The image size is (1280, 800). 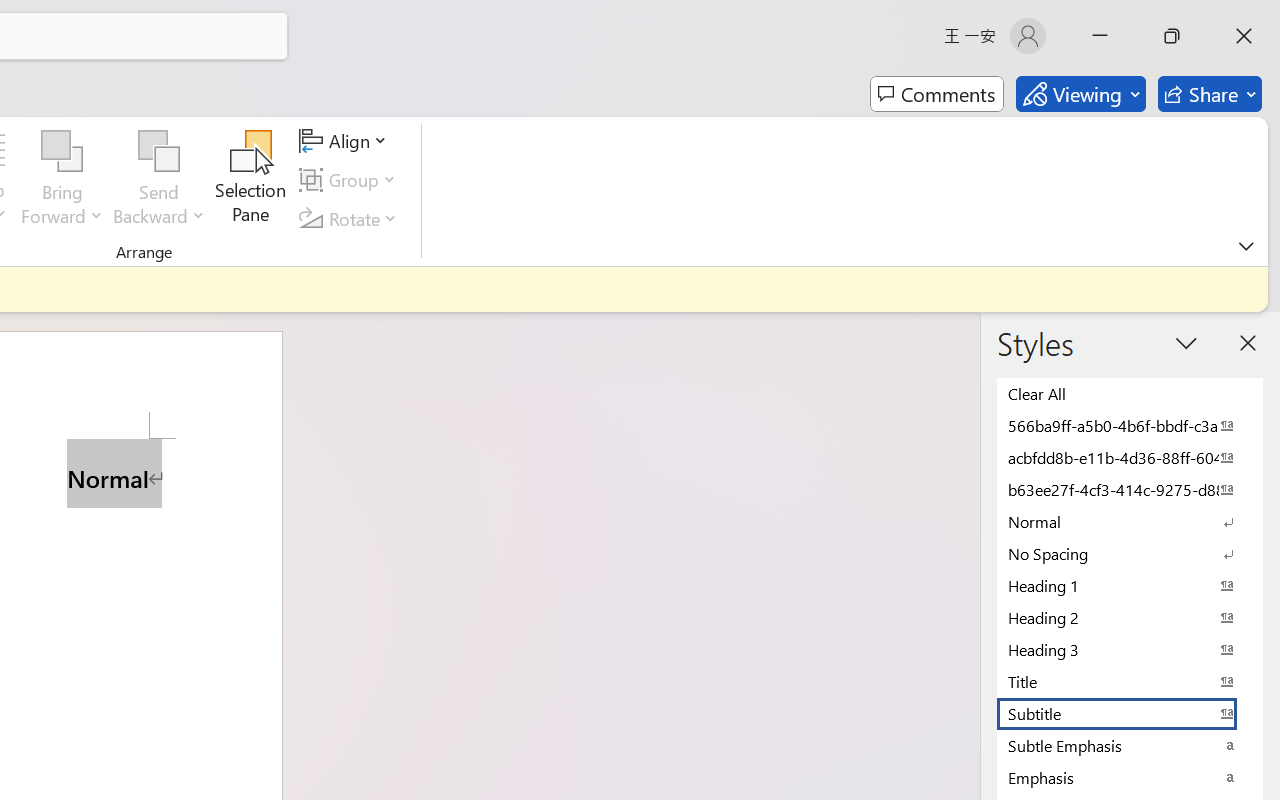 What do you see at coordinates (1130, 553) in the screenshot?
I see `'No Spacing'` at bounding box center [1130, 553].